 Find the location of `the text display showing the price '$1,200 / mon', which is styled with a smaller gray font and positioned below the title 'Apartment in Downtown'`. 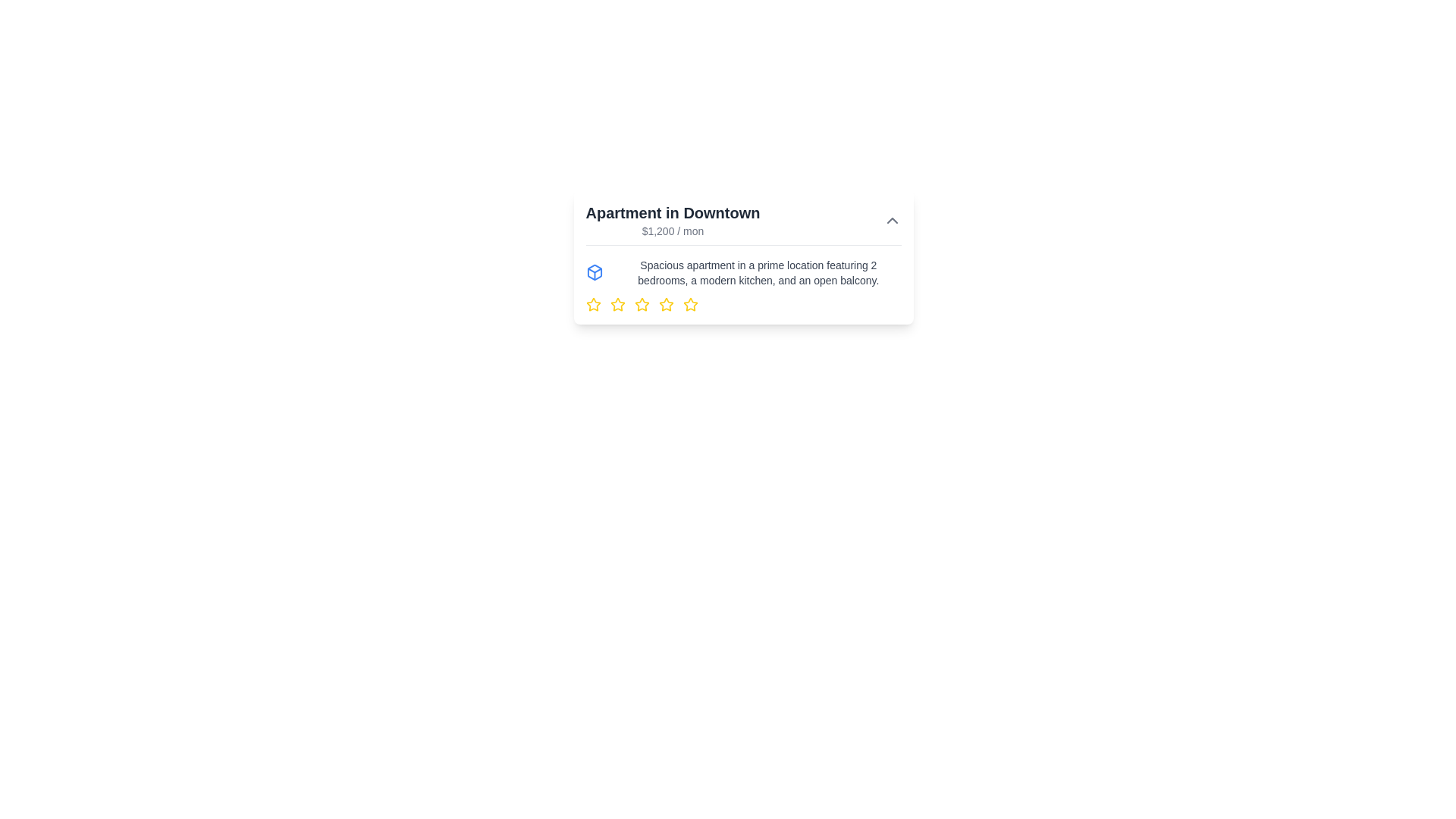

the text display showing the price '$1,200 / mon', which is styled with a smaller gray font and positioned below the title 'Apartment in Downtown' is located at coordinates (672, 231).